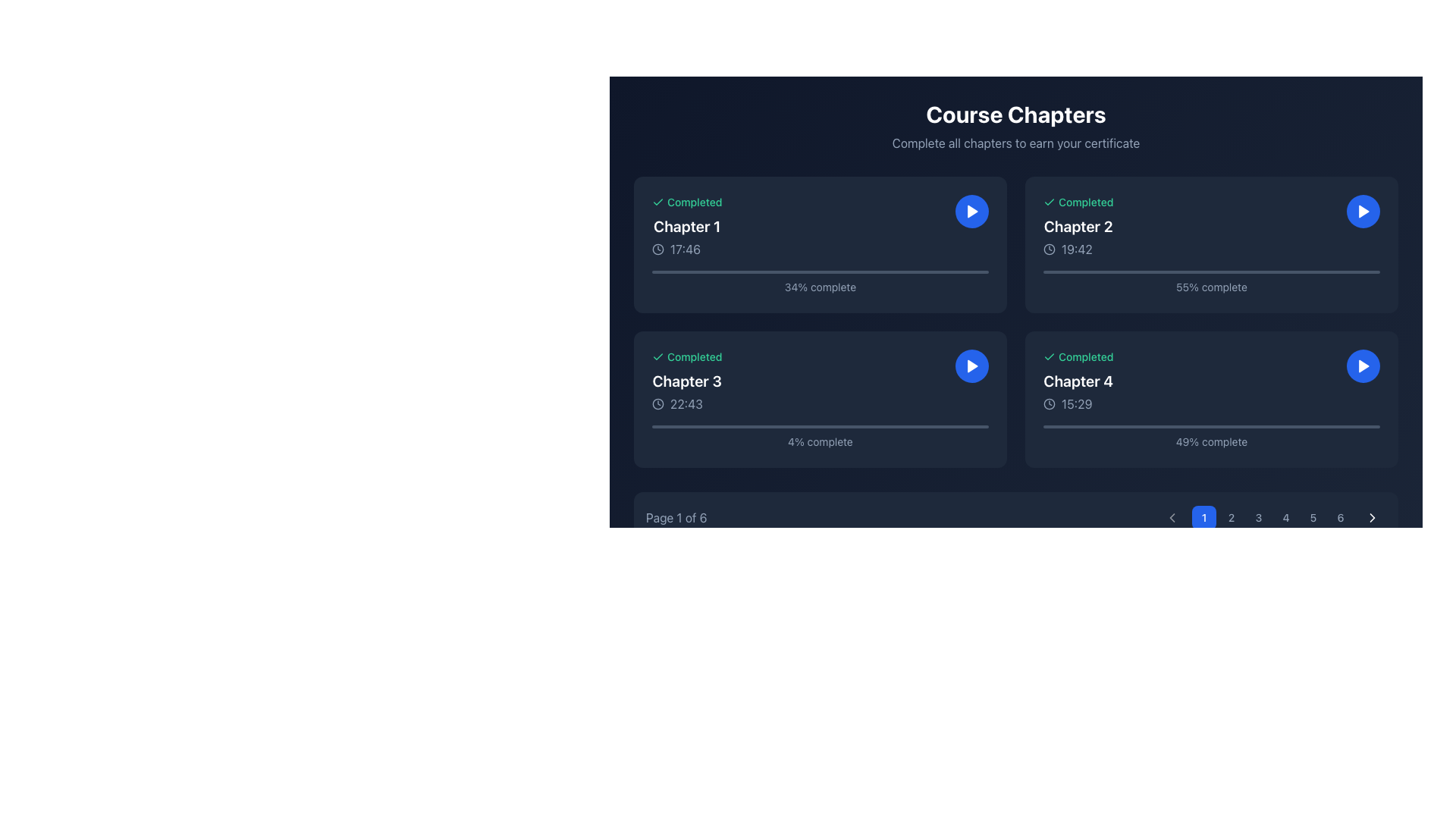  Describe the element at coordinates (1171, 516) in the screenshot. I see `the small rounded square button with a dark background and a leftward-pointing chevron icon` at that location.